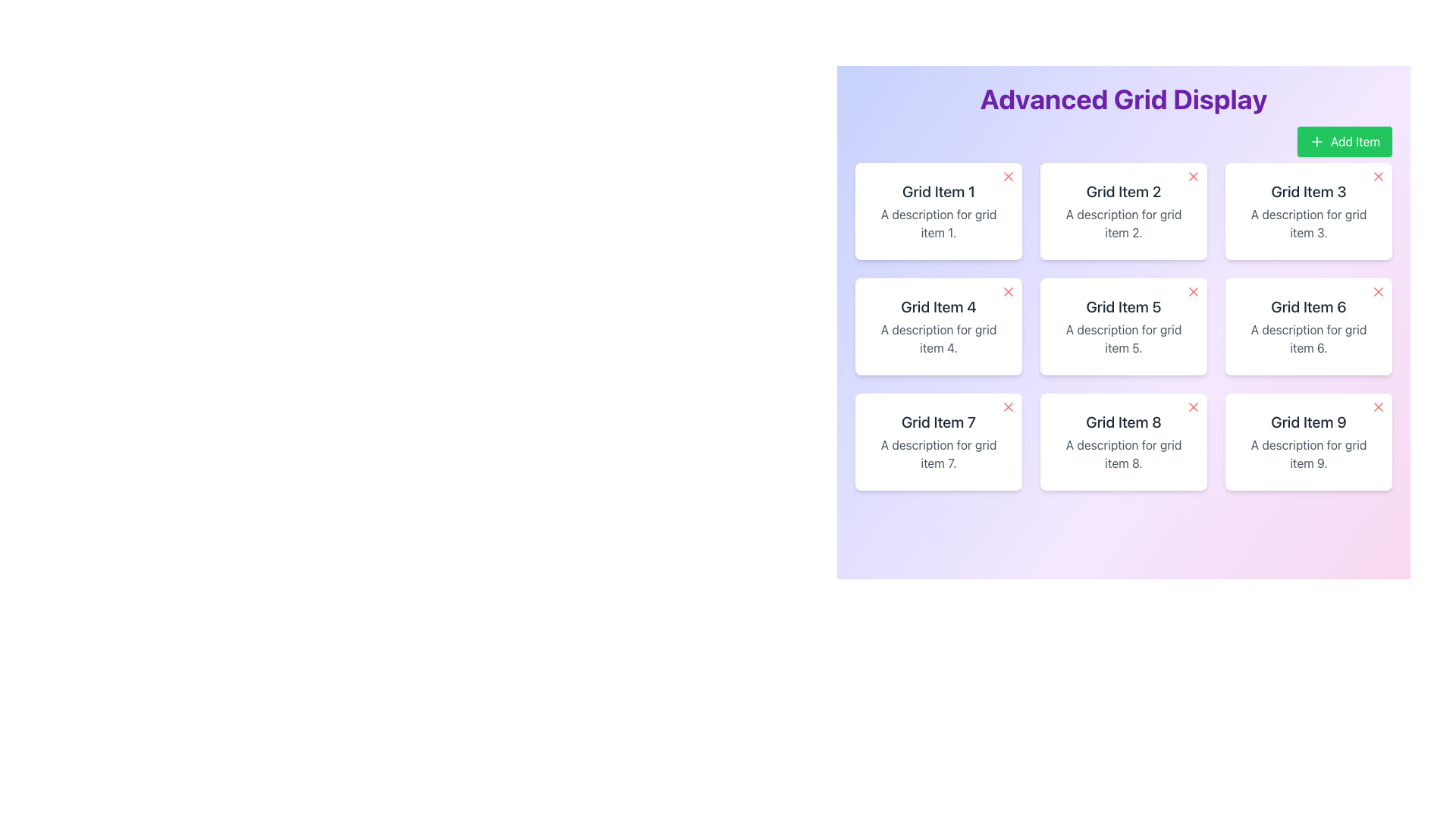 This screenshot has width=1456, height=819. Describe the element at coordinates (1308, 441) in the screenshot. I see `the ninth card in the grid located at the bottom-right corner` at that location.